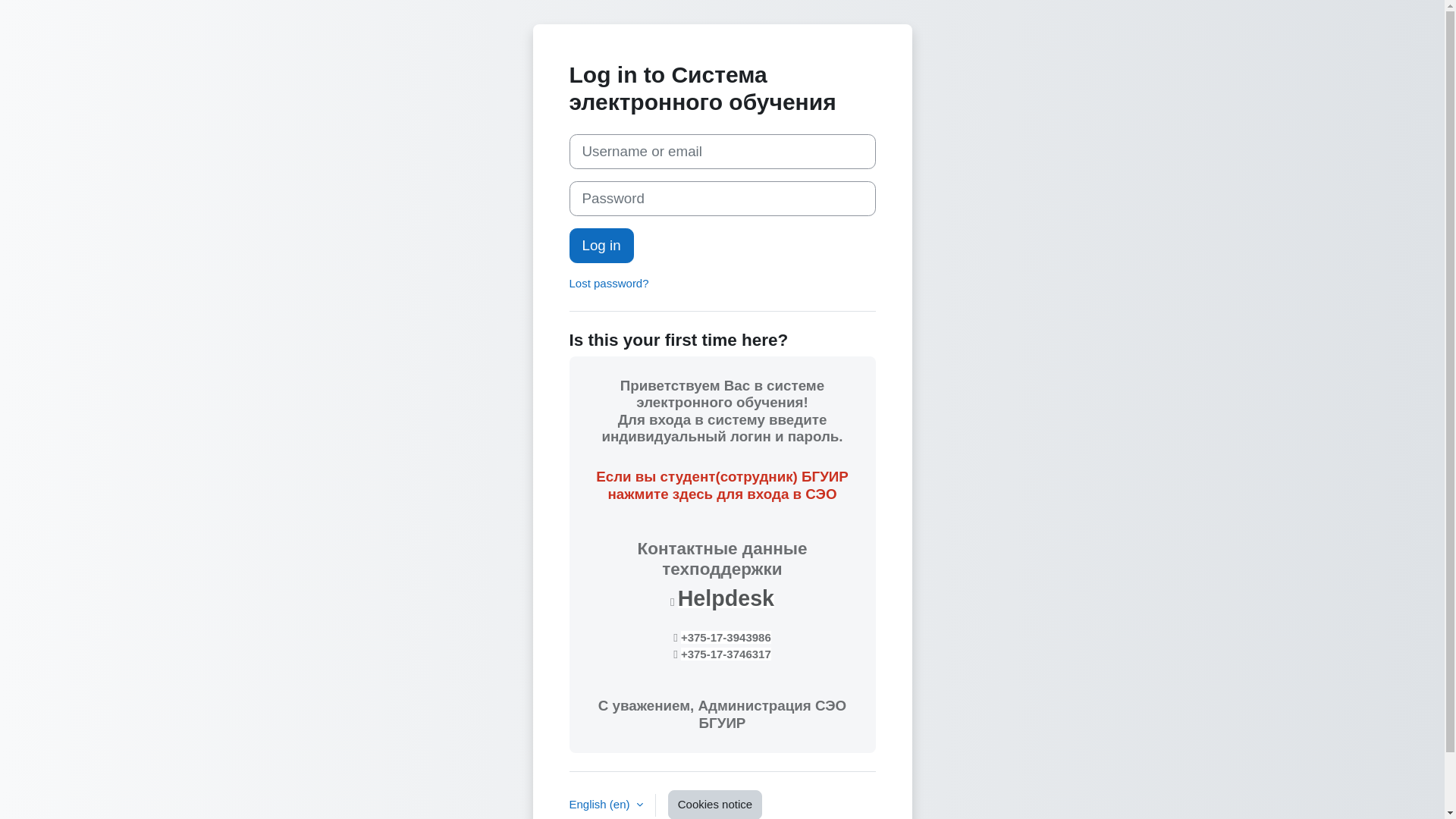  I want to click on '+375-17-3746317', so click(725, 653).